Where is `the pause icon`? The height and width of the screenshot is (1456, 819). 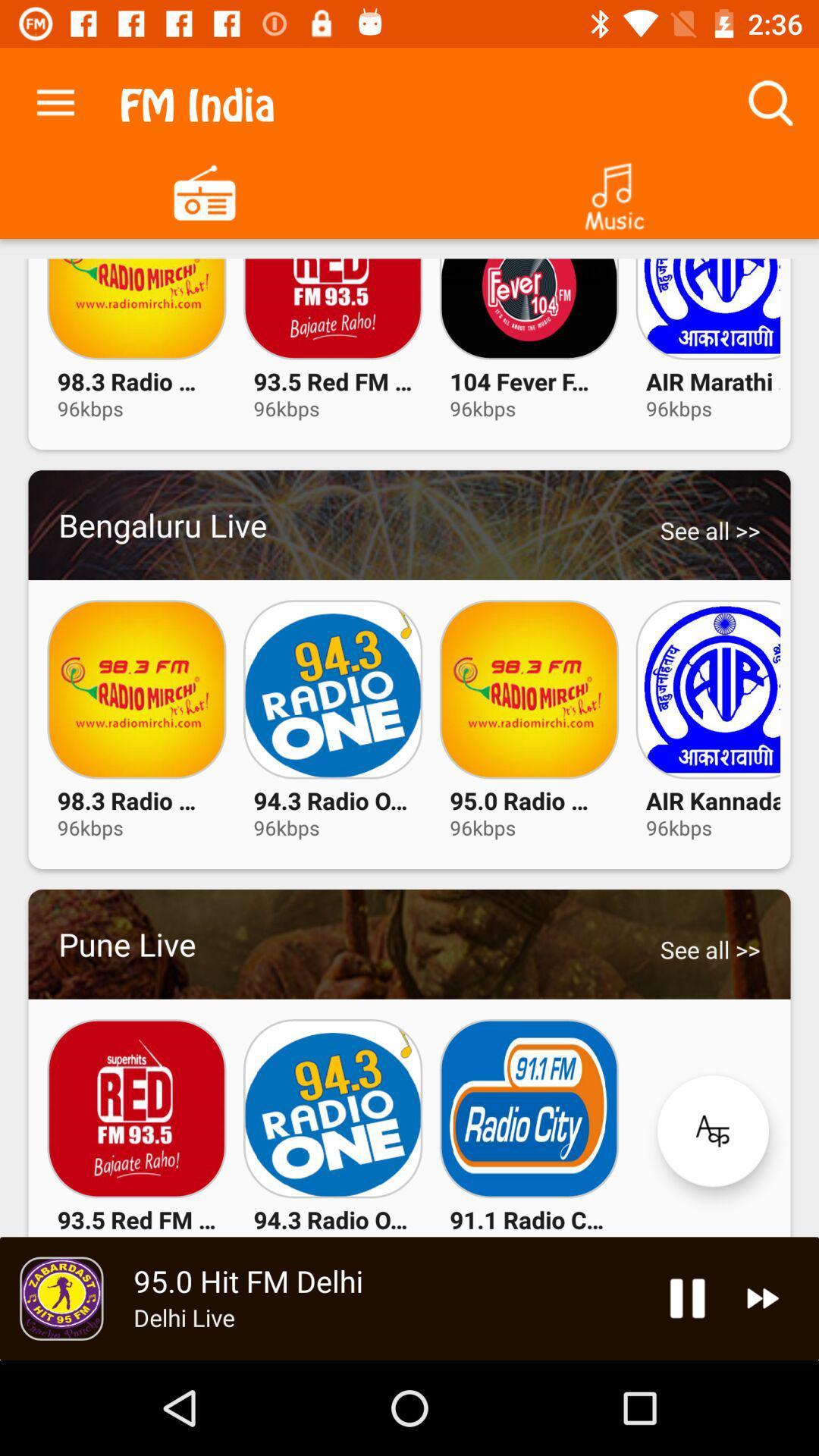 the pause icon is located at coordinates (687, 1298).